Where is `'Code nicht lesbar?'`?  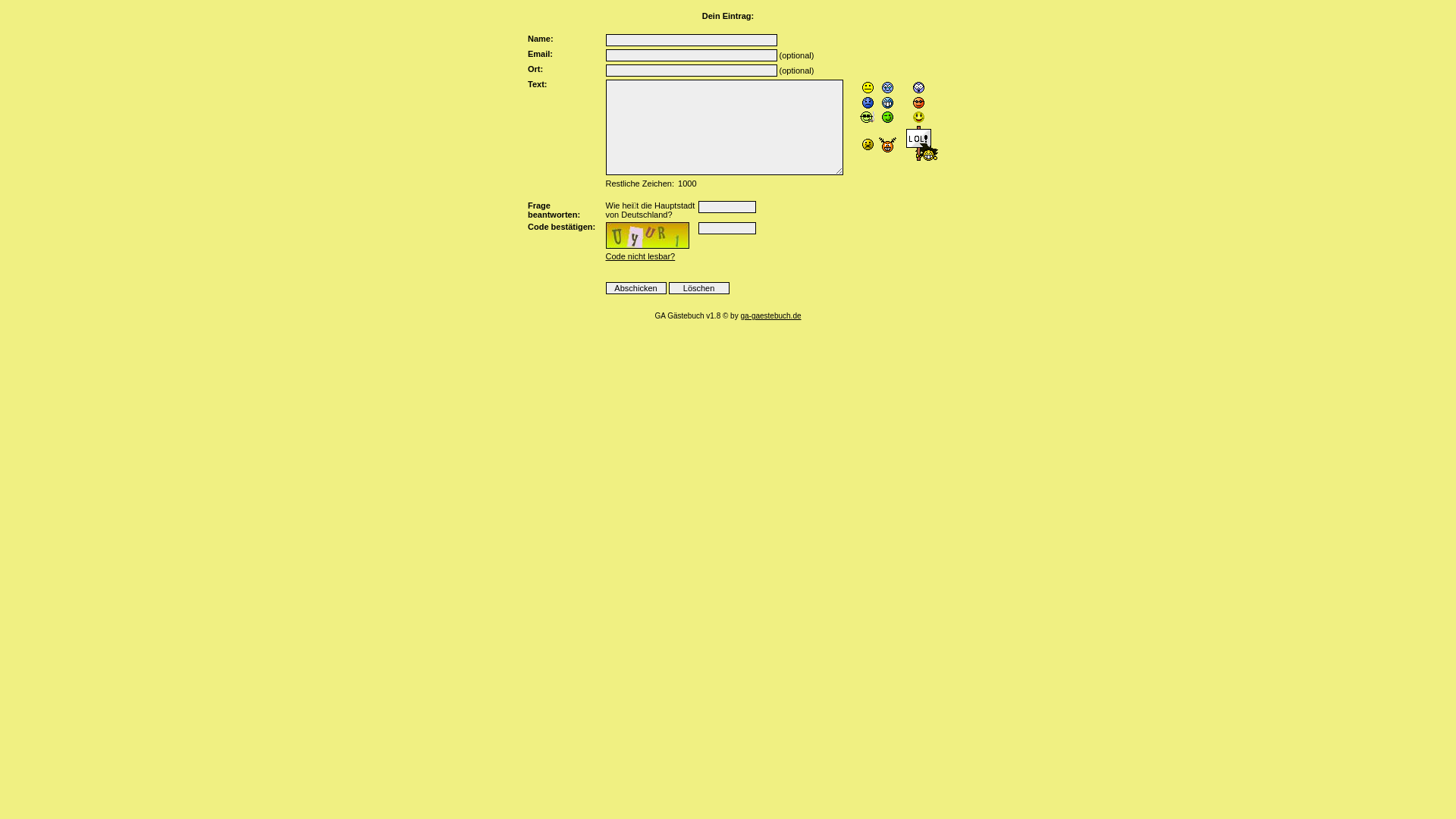
'Code nicht lesbar?' is located at coordinates (640, 256).